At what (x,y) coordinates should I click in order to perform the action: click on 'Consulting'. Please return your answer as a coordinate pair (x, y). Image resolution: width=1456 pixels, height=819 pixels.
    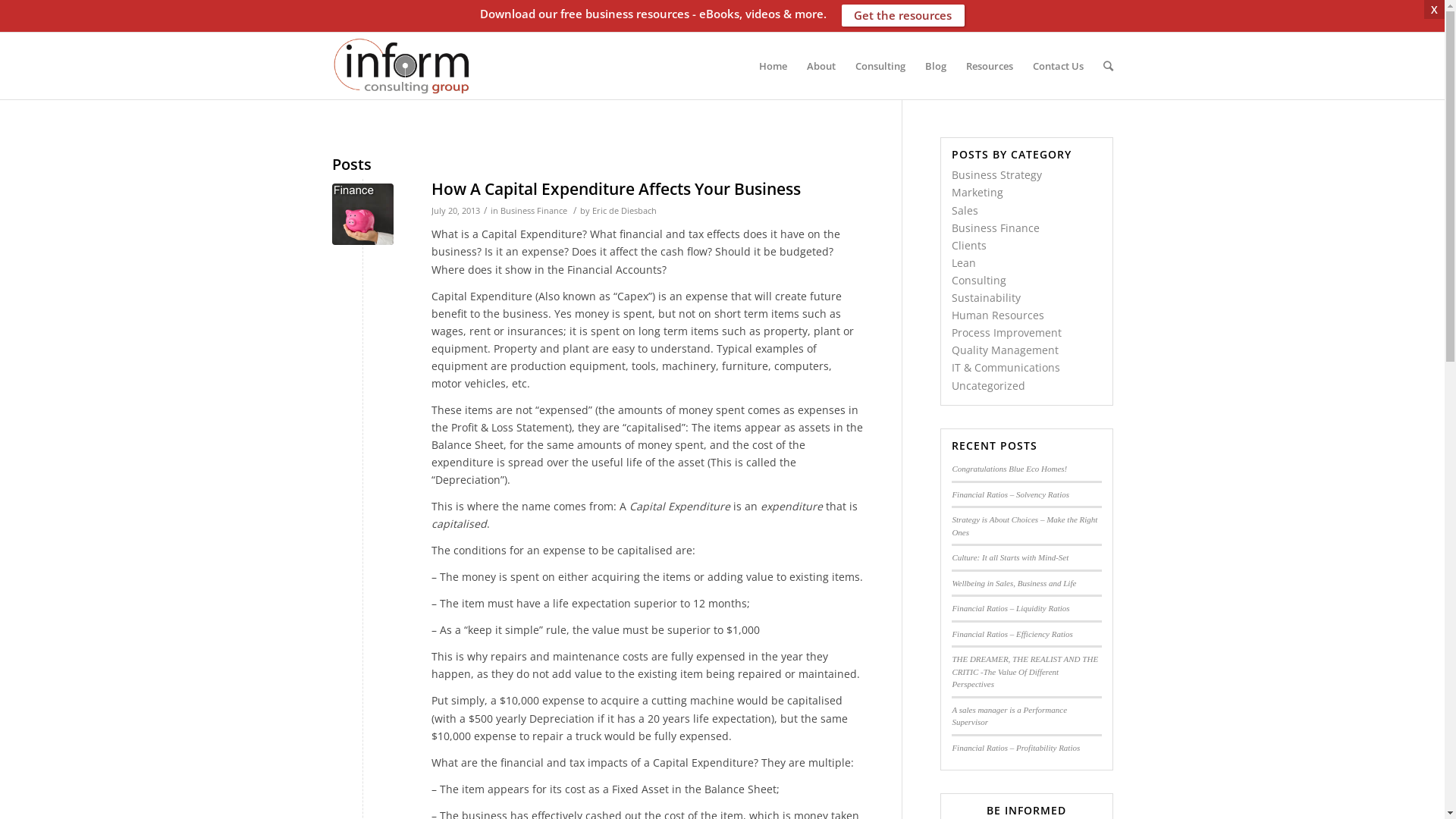
    Looking at the image, I should click on (880, 65).